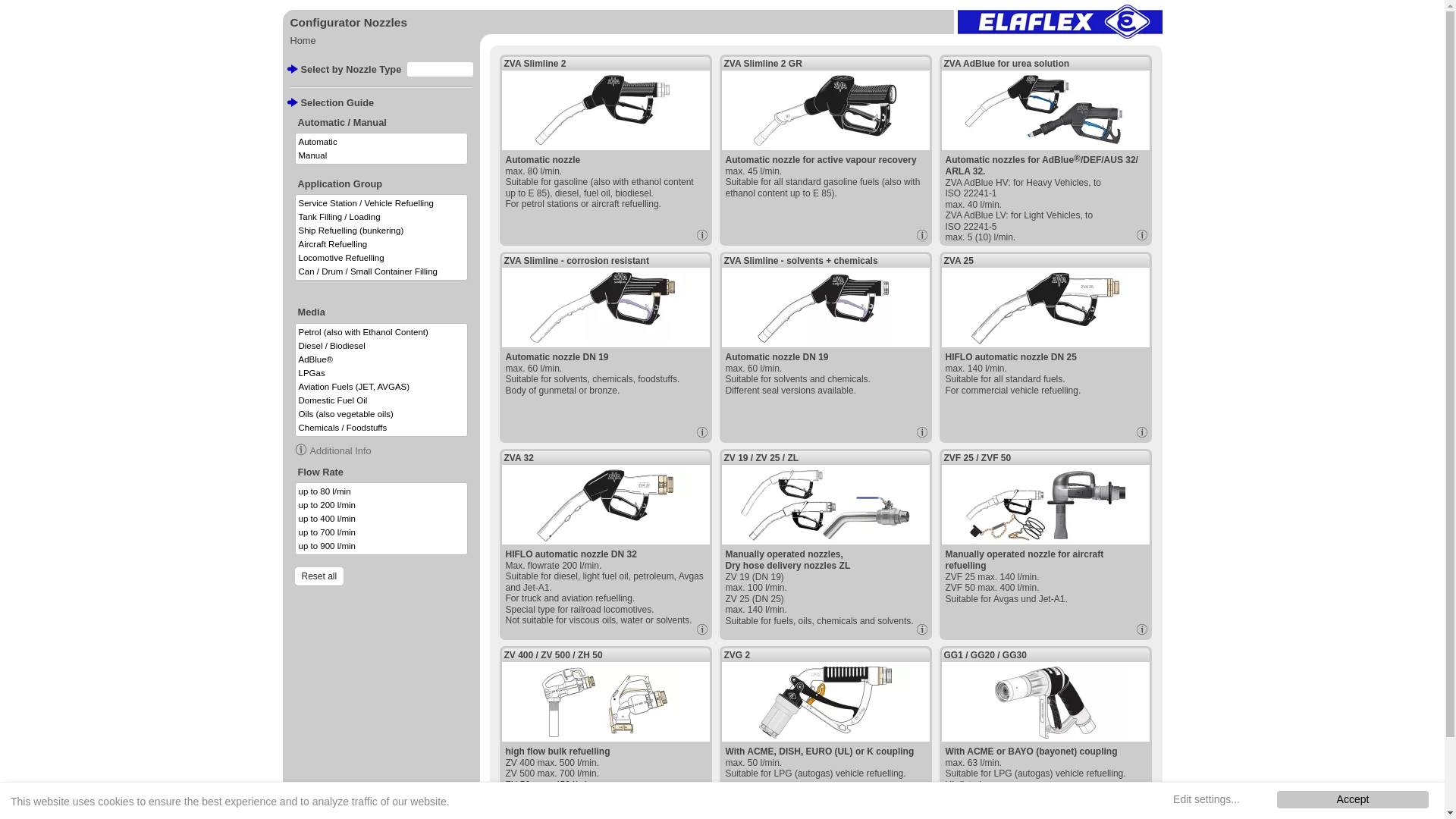  Describe the element at coordinates (381, 400) in the screenshot. I see `'Domestic Fuel Oil'` at that location.